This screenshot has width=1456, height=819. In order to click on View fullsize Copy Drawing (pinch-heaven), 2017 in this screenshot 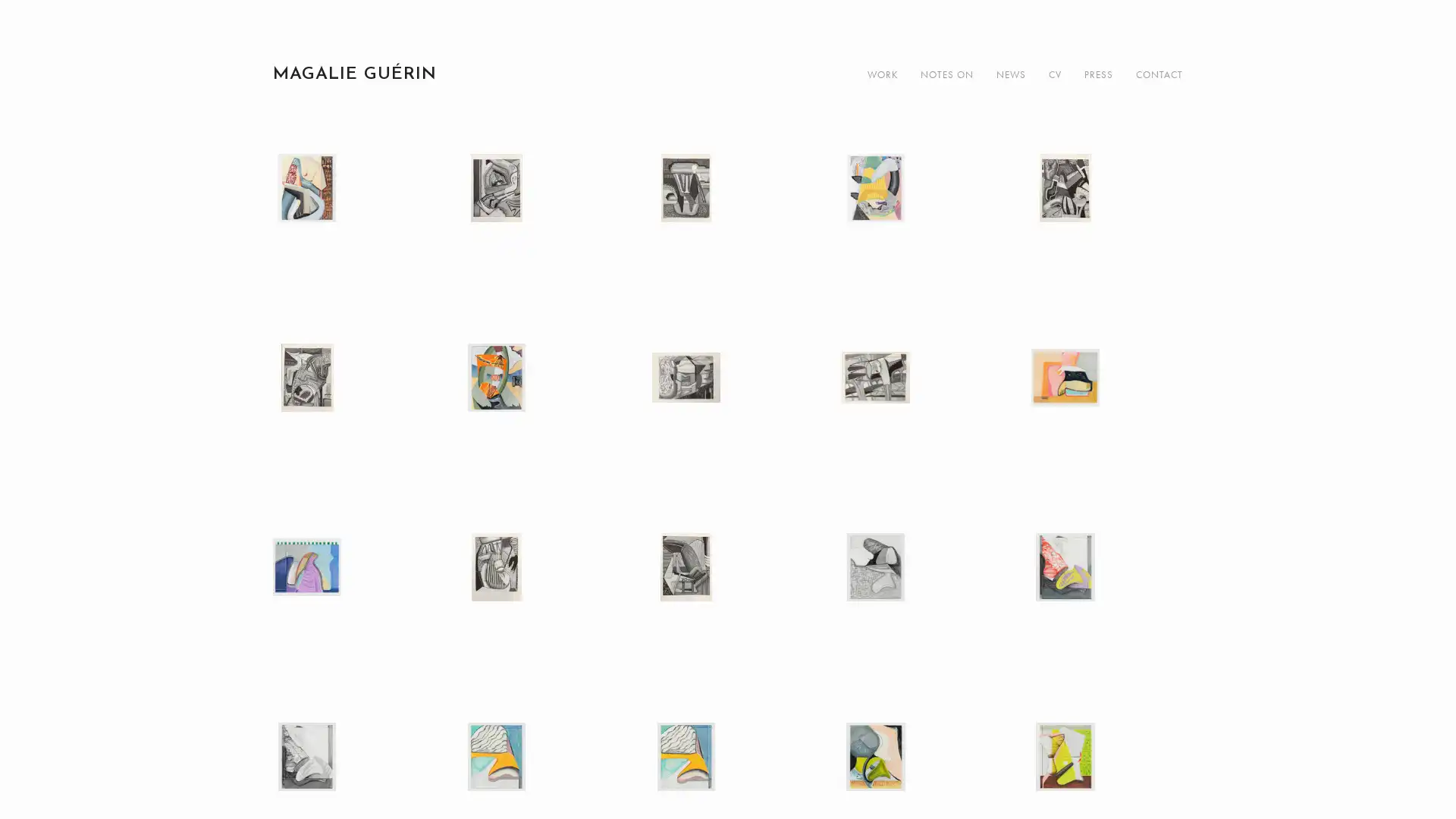, I will do `click(916, 230)`.